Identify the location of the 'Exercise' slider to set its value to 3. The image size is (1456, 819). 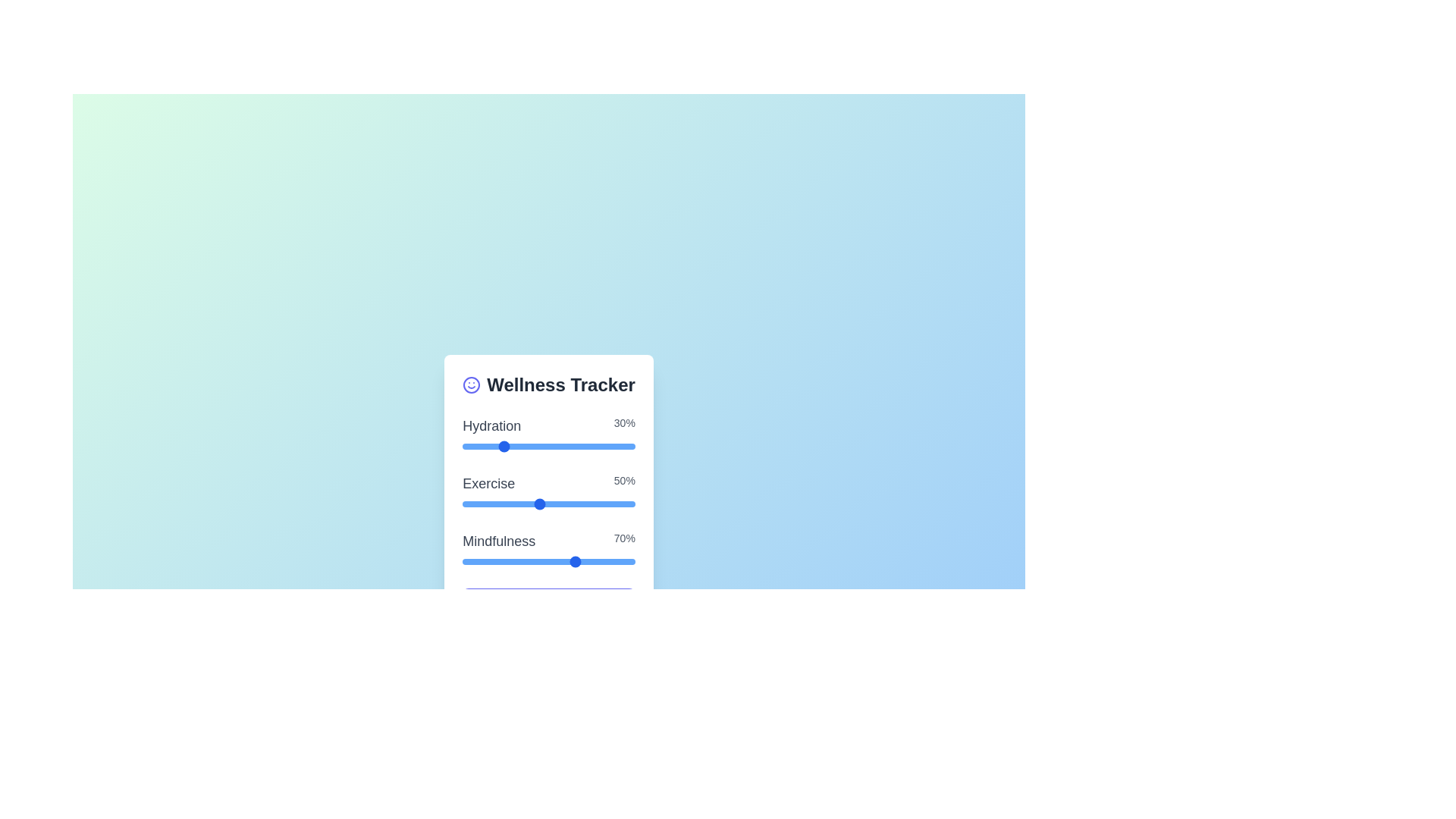
(500, 504).